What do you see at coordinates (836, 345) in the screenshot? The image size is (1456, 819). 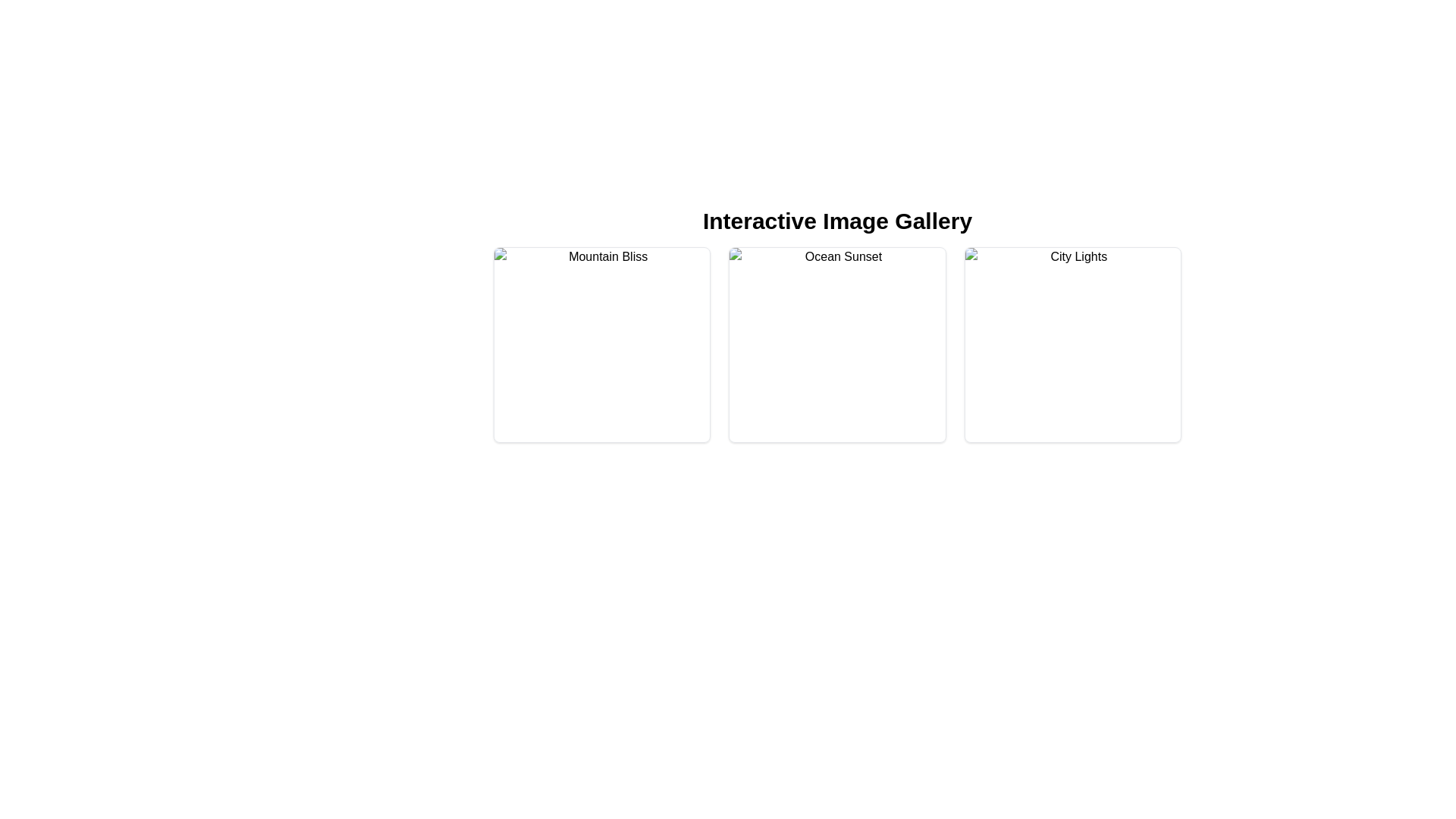 I see `the card titled 'Ocean Sunset' in the interactive grid` at bounding box center [836, 345].